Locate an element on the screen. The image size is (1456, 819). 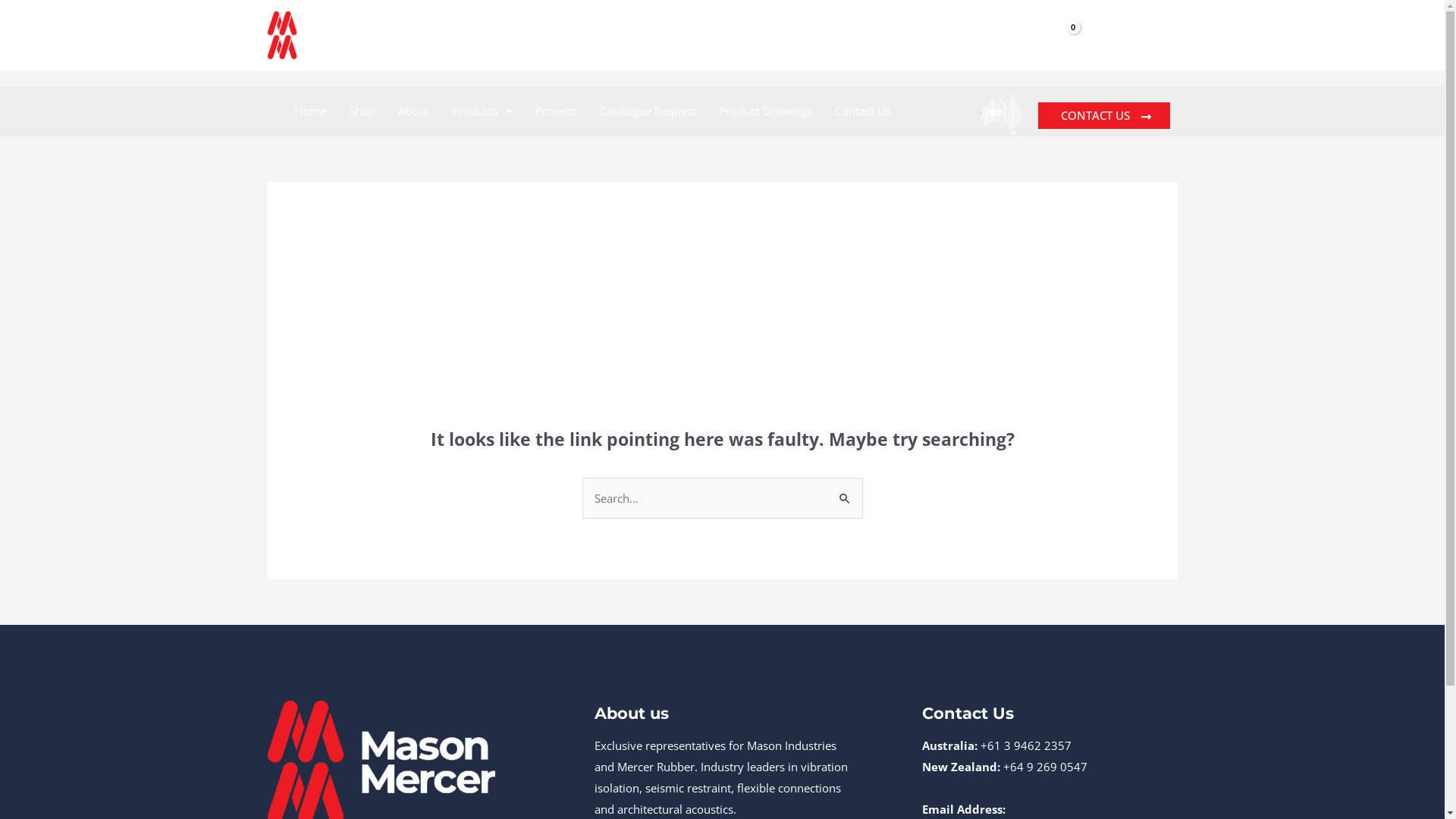
'Contact Us' is located at coordinates (862, 110).